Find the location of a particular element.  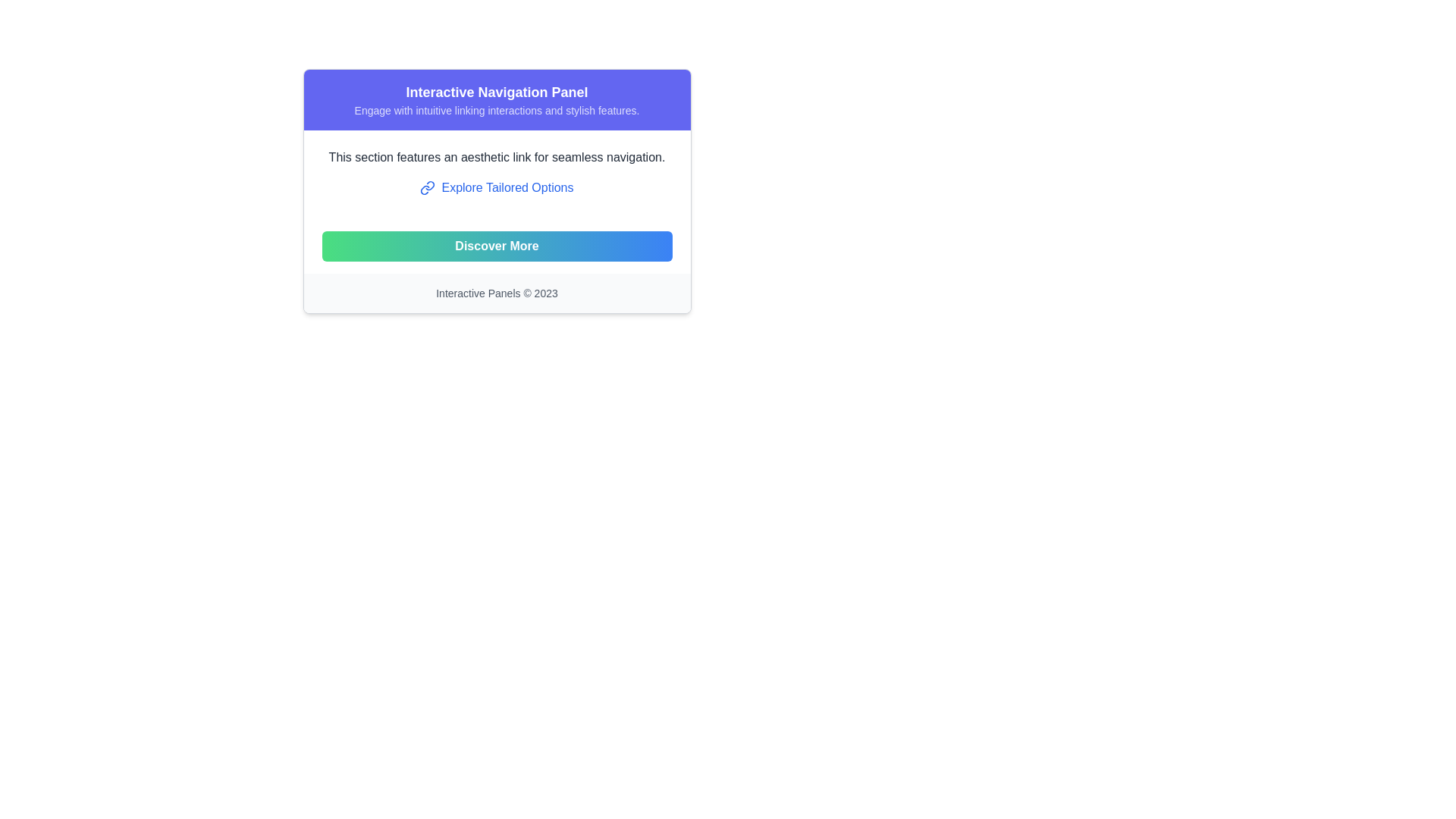

information provided in the interactive panel, which features a white background, gray border, rounded corners, and contains a title section with a purple background is located at coordinates (497, 190).